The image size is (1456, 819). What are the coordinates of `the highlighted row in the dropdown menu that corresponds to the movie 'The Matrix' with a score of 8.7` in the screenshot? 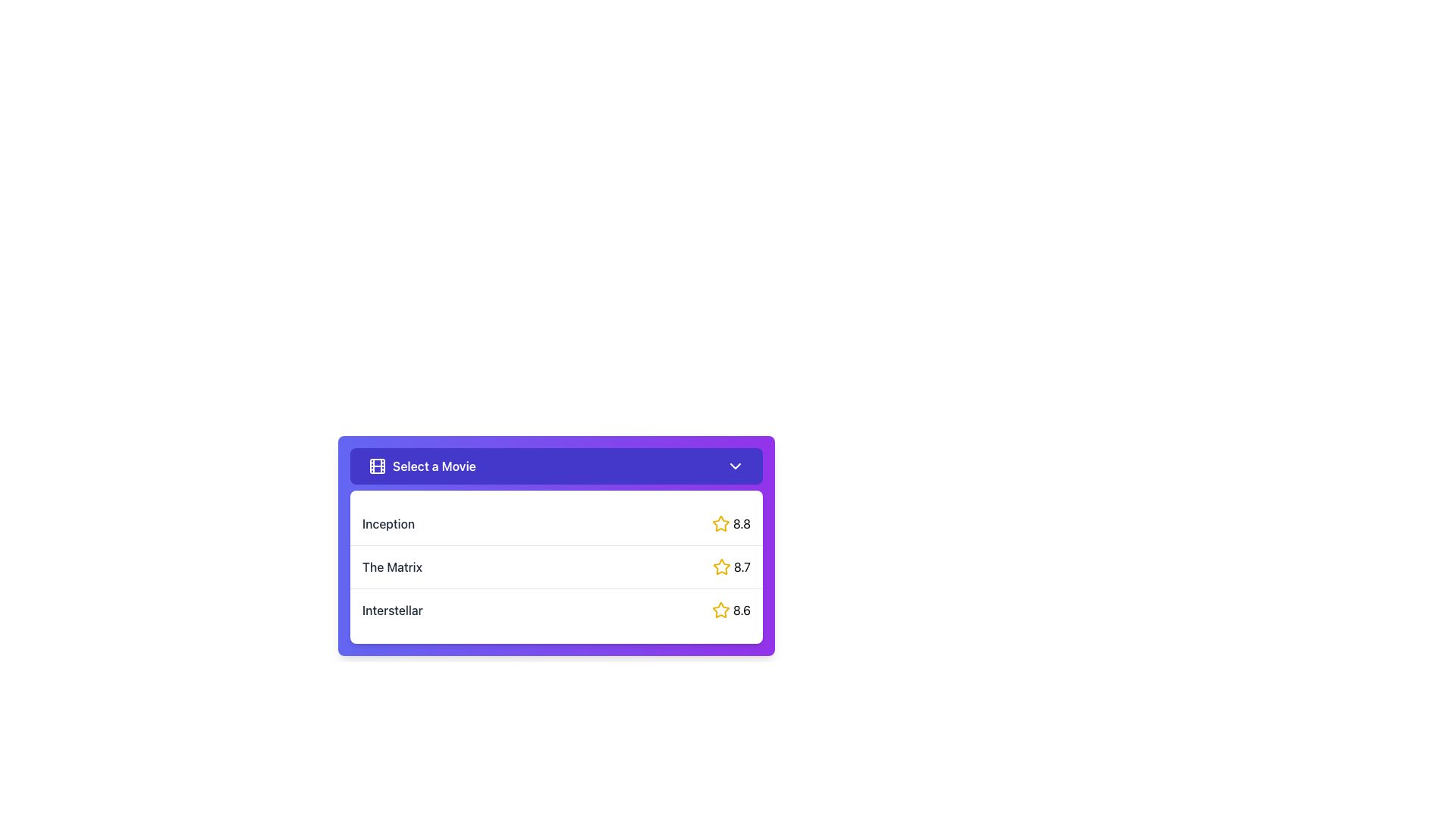 It's located at (556, 567).